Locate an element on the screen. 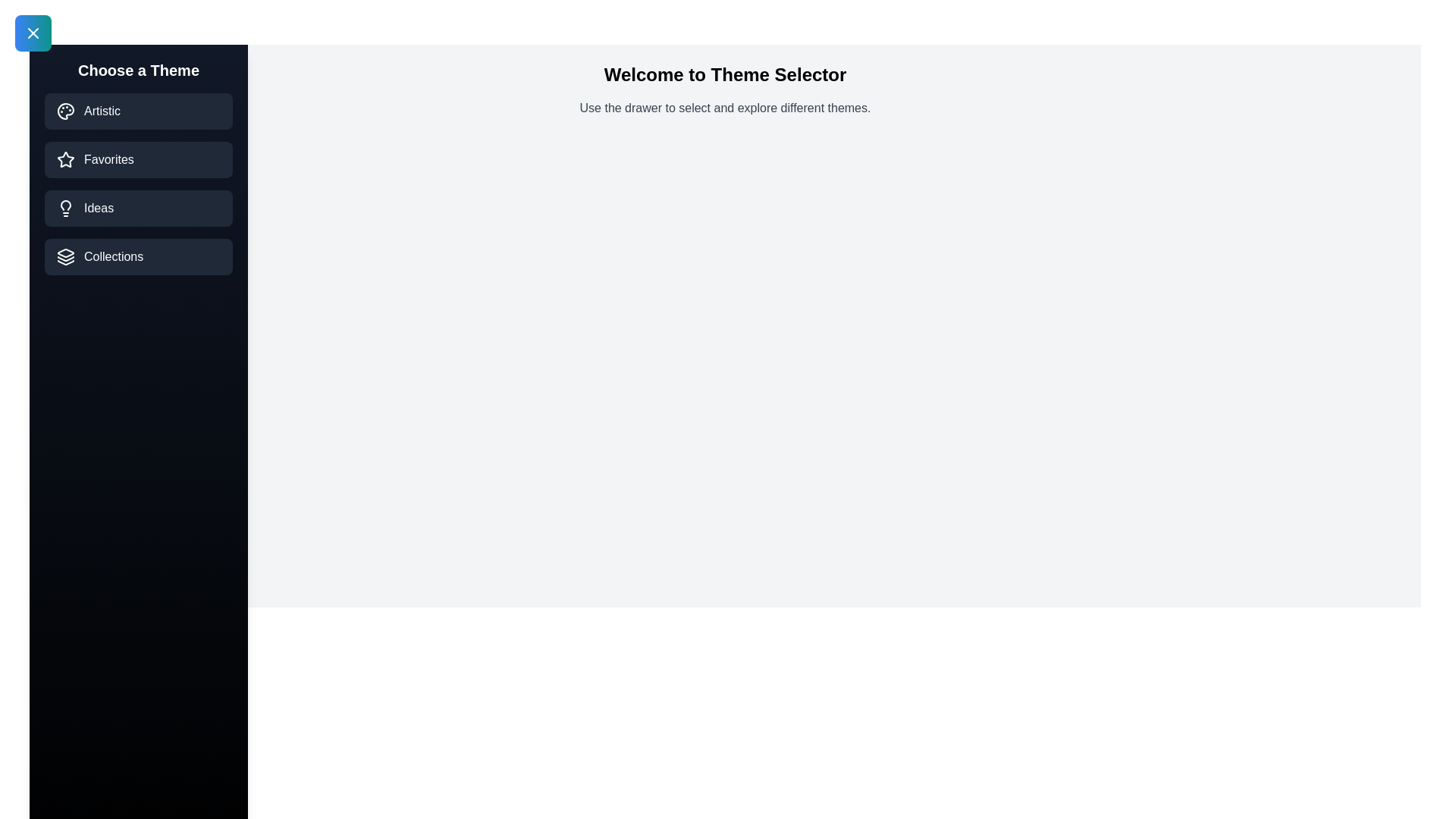 The height and width of the screenshot is (819, 1456). the theme Favorites from the list is located at coordinates (138, 160).